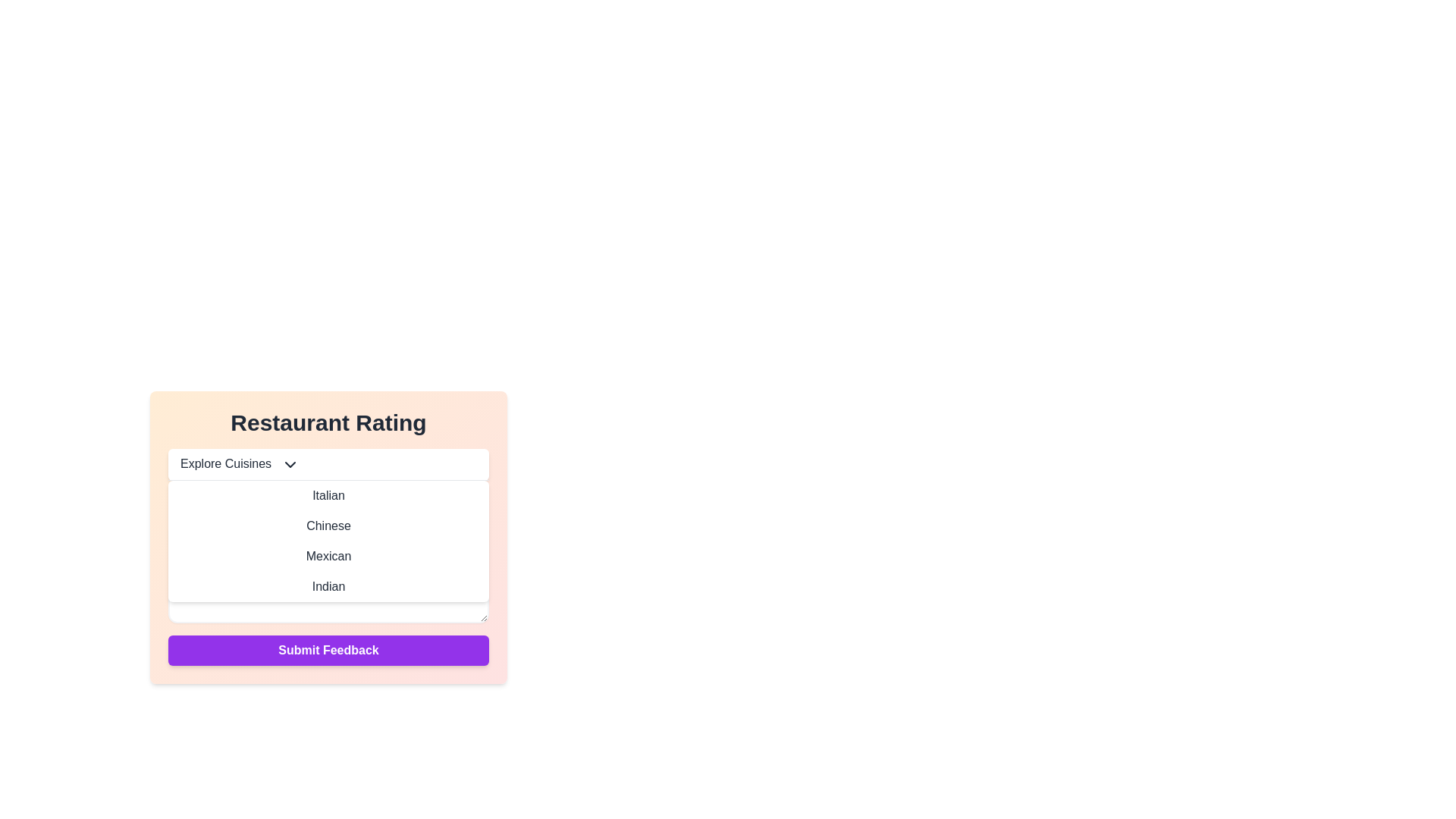  What do you see at coordinates (328, 525) in the screenshot?
I see `the text label 'Chinese' in the dropdown menu` at bounding box center [328, 525].